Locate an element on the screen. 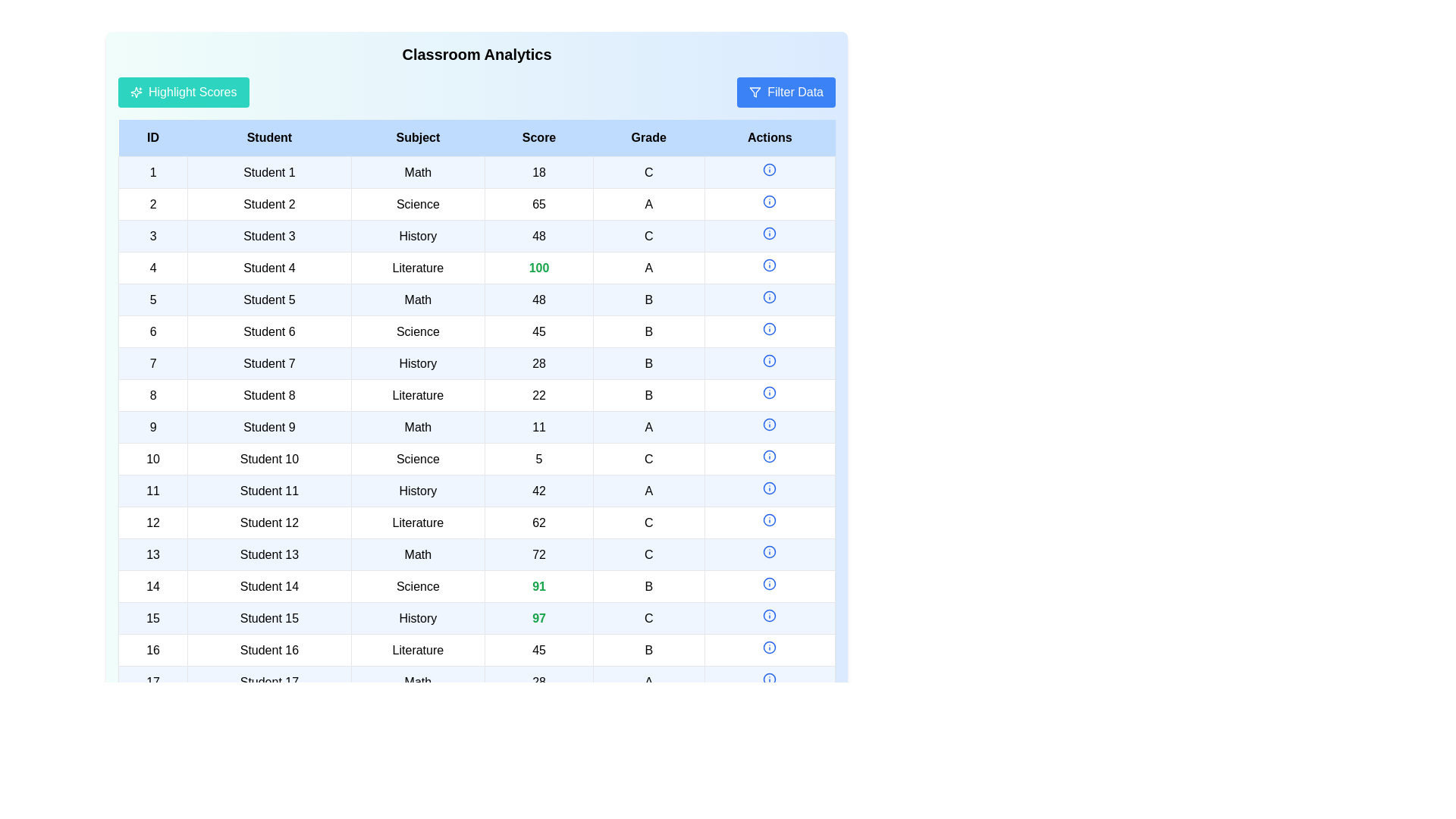 This screenshot has width=1456, height=819. the 'Info' icon in the 'Actions' column for the student with ID 2 is located at coordinates (770, 201).